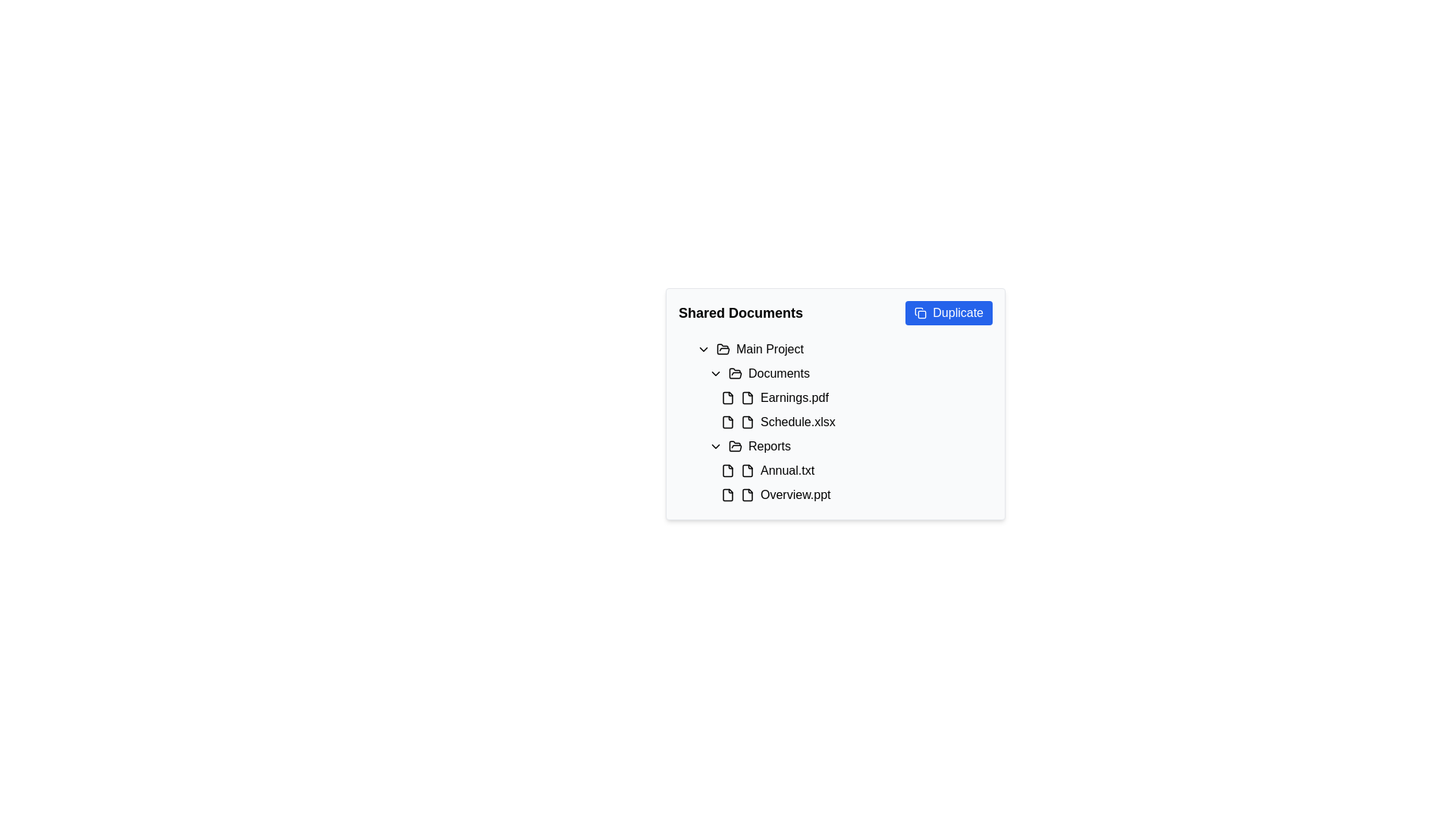  What do you see at coordinates (847, 470) in the screenshot?
I see `to select the file entry 'Annual.txt' located under the 'Reports' folder in the file directory interface` at bounding box center [847, 470].